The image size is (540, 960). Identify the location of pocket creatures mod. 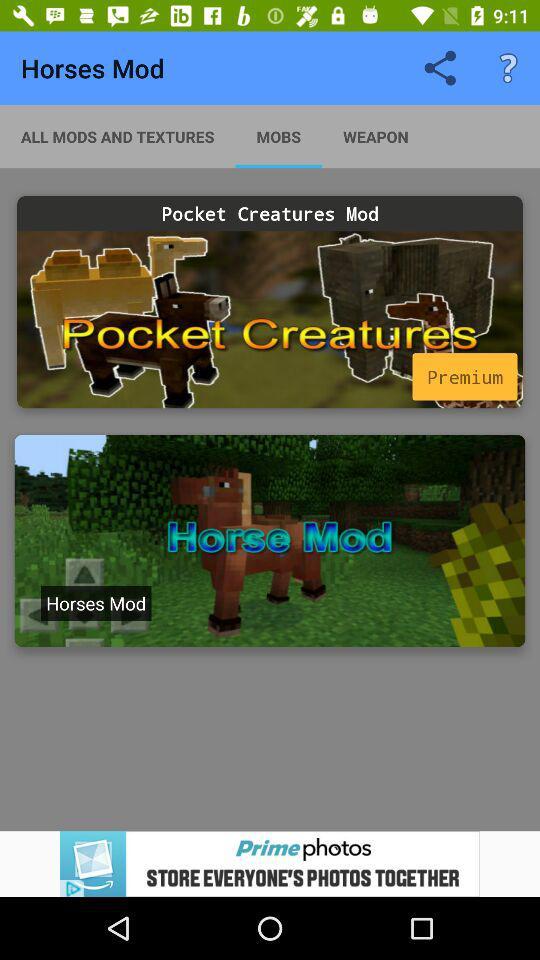
(270, 319).